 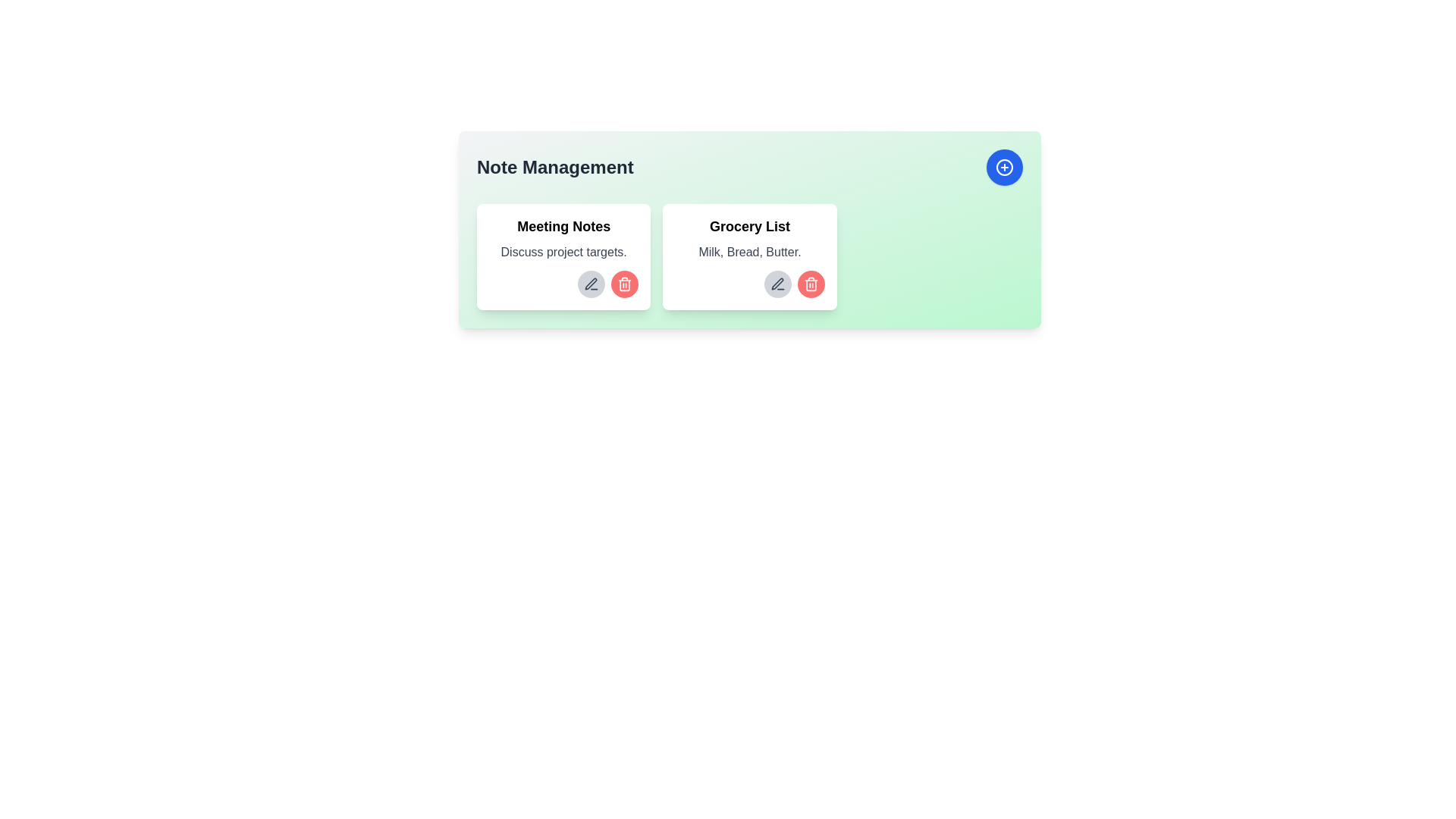 What do you see at coordinates (1004, 167) in the screenshot?
I see `the circular icon button with a blue background and a white outline, featuring a white '+' symbol, located in the top-right corner of the green panel labeled 'Note Management'` at bounding box center [1004, 167].